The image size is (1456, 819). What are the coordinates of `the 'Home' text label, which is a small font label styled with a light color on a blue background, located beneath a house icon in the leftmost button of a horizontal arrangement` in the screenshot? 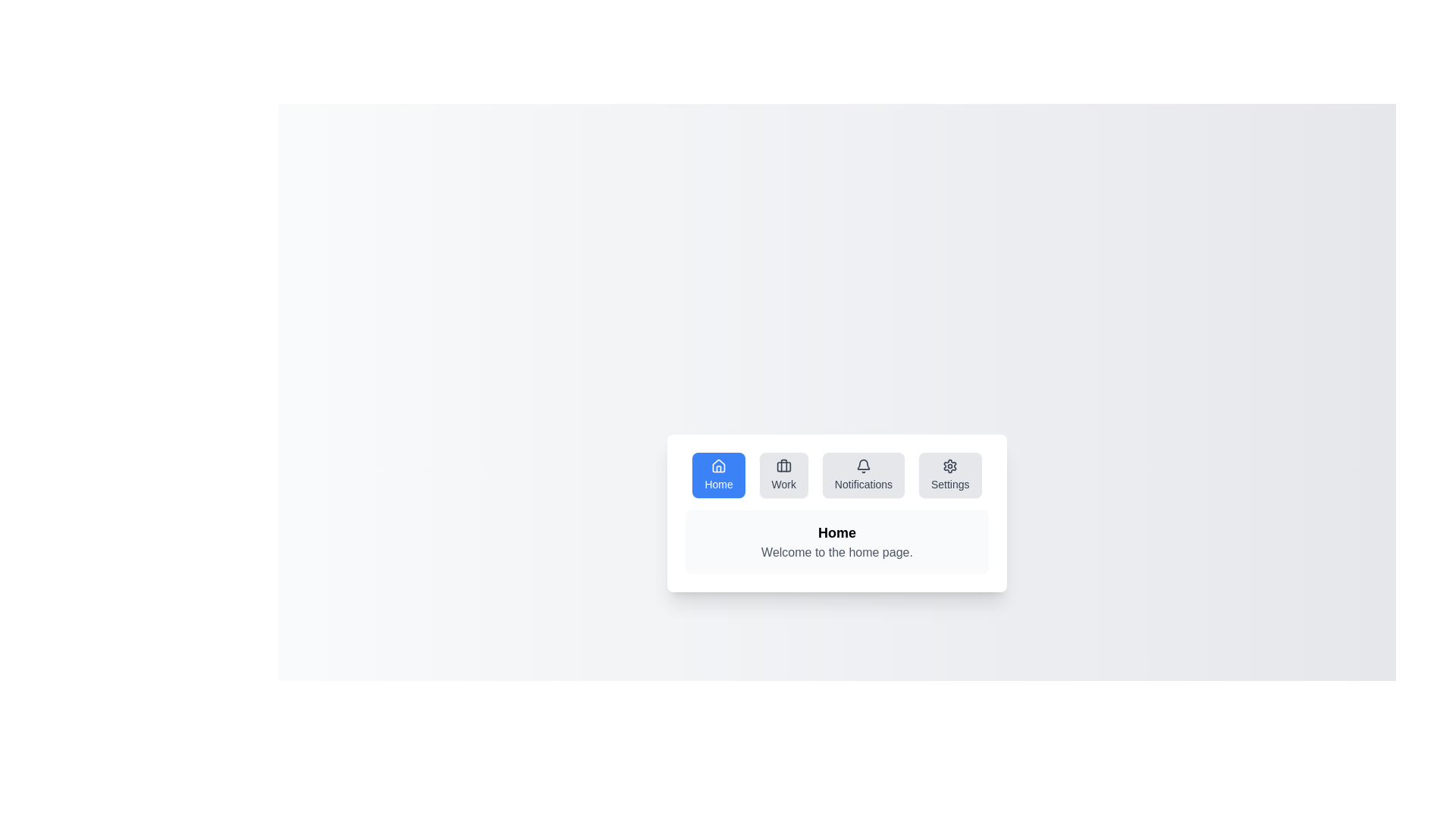 It's located at (718, 485).